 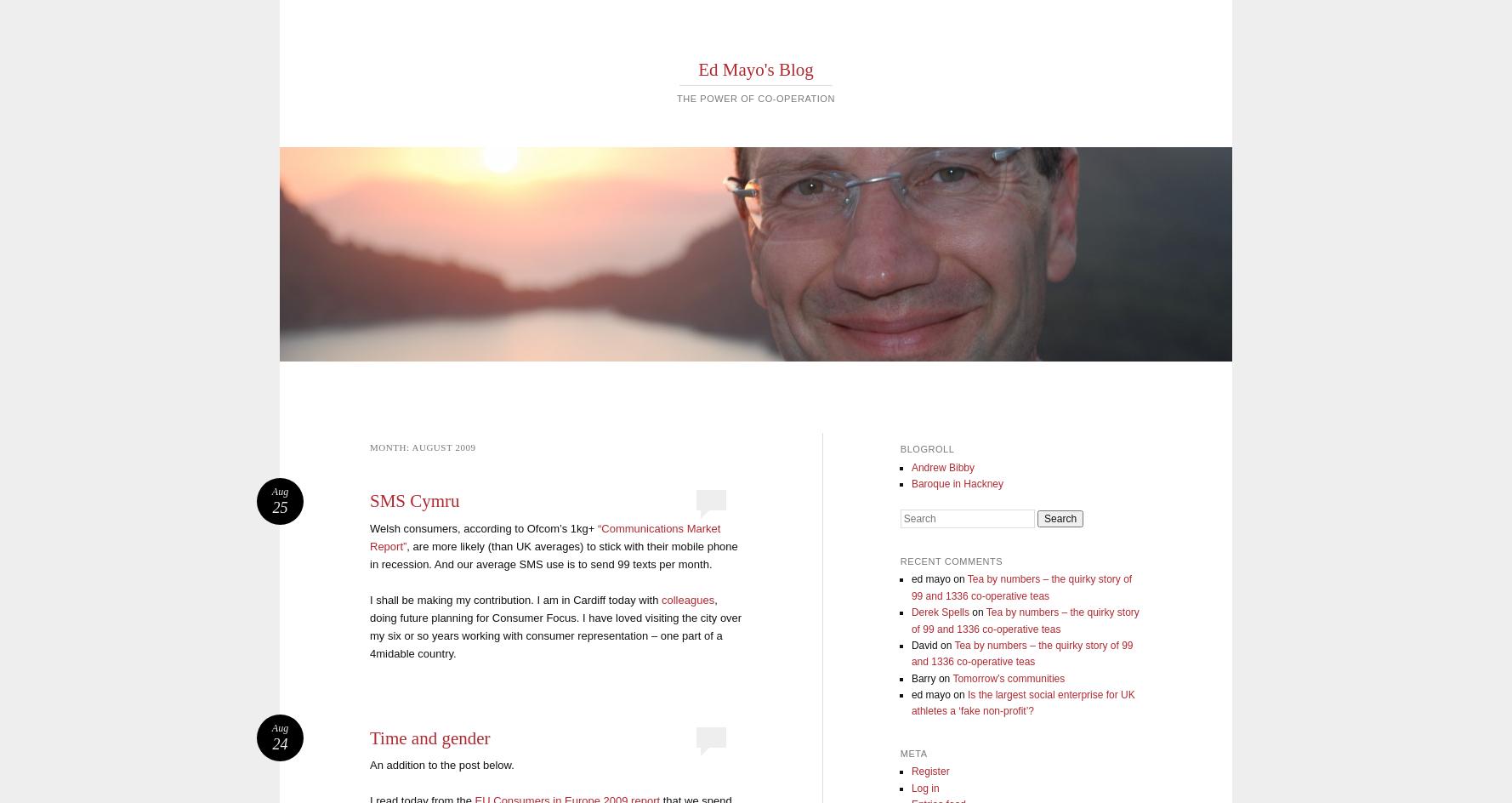 I want to click on 'Derek Spells', so click(x=939, y=612).